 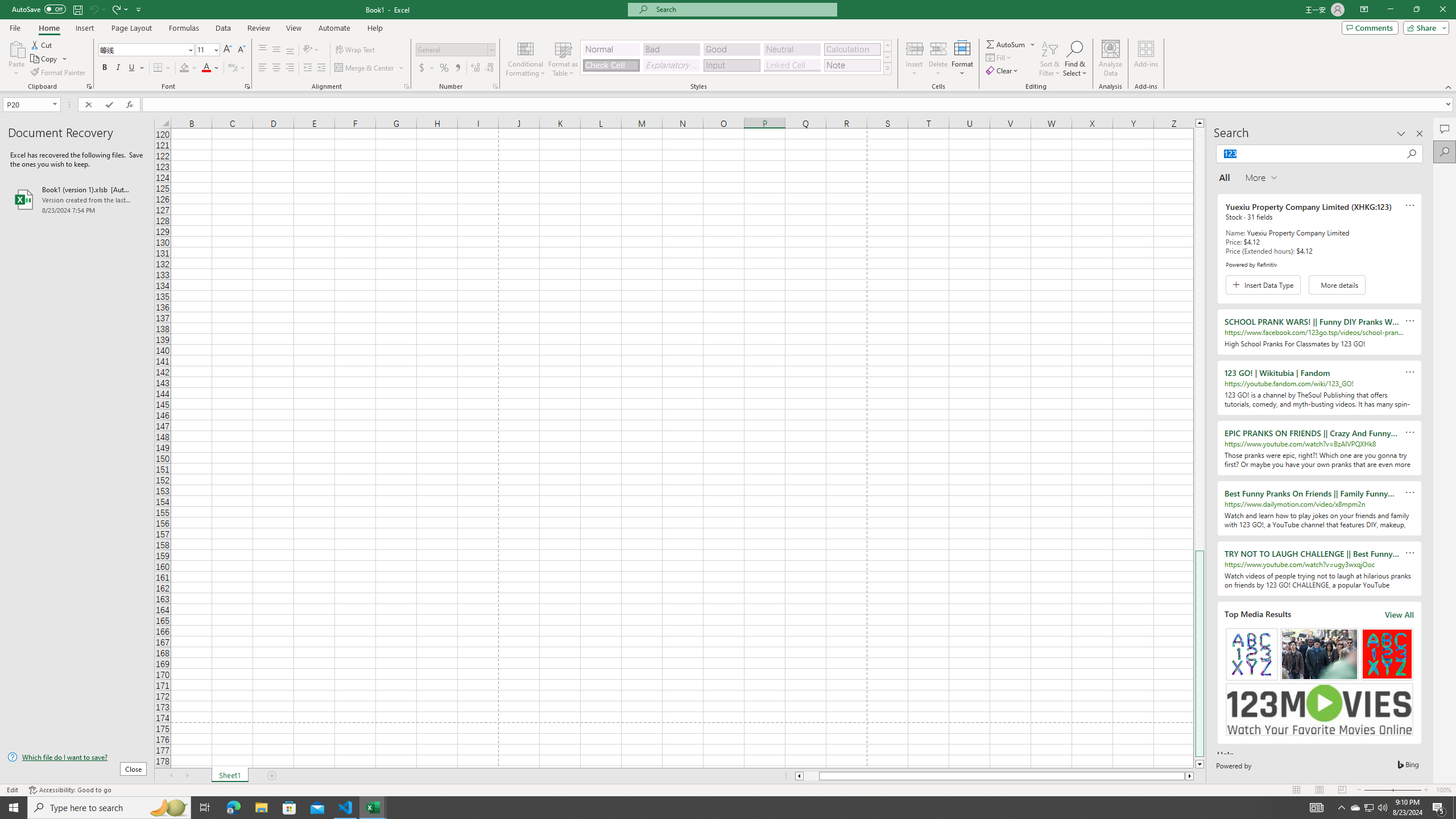 What do you see at coordinates (427, 67) in the screenshot?
I see `'Accounting Number Format'` at bounding box center [427, 67].